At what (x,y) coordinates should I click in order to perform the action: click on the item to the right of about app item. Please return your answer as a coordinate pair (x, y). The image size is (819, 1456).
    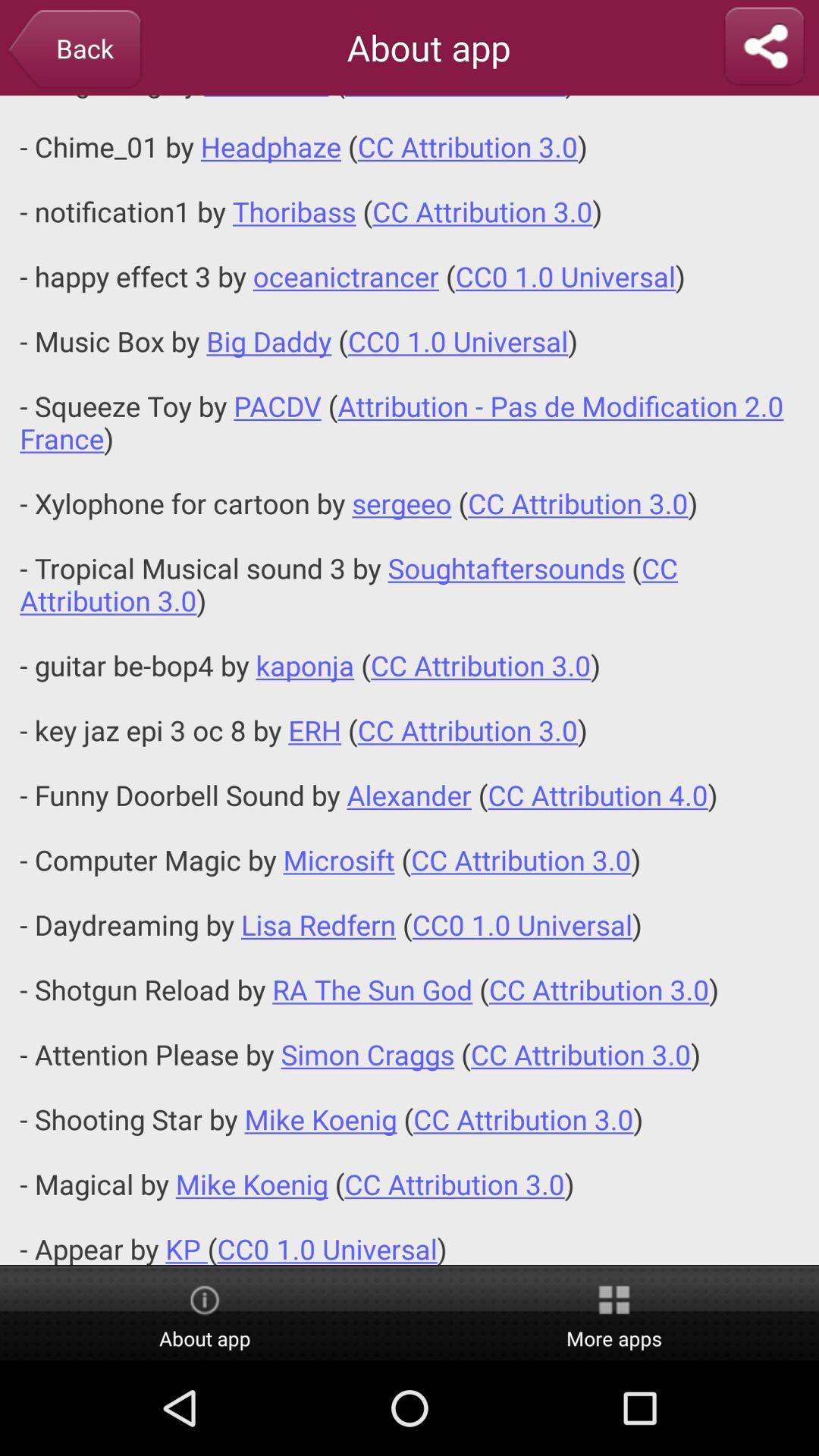
    Looking at the image, I should click on (764, 47).